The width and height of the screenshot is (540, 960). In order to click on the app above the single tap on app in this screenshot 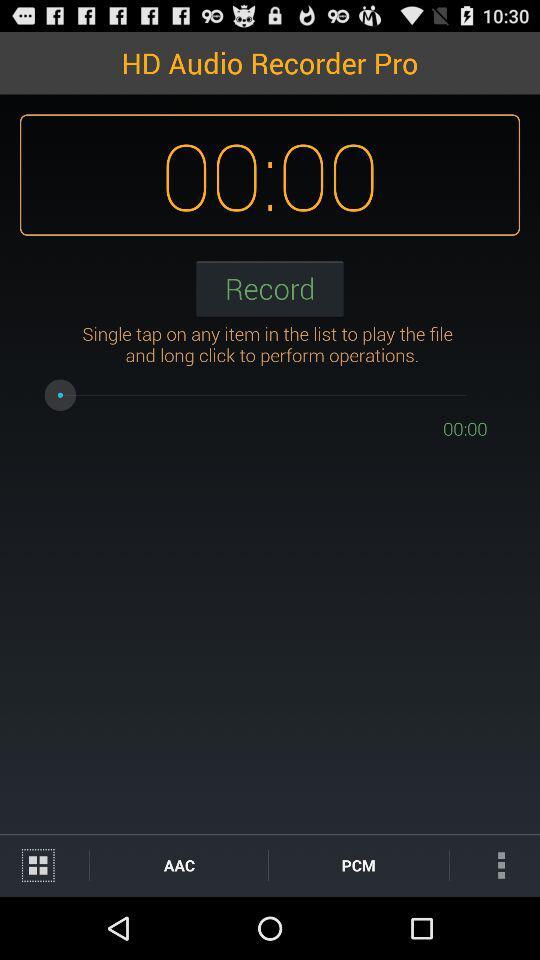, I will do `click(270, 287)`.